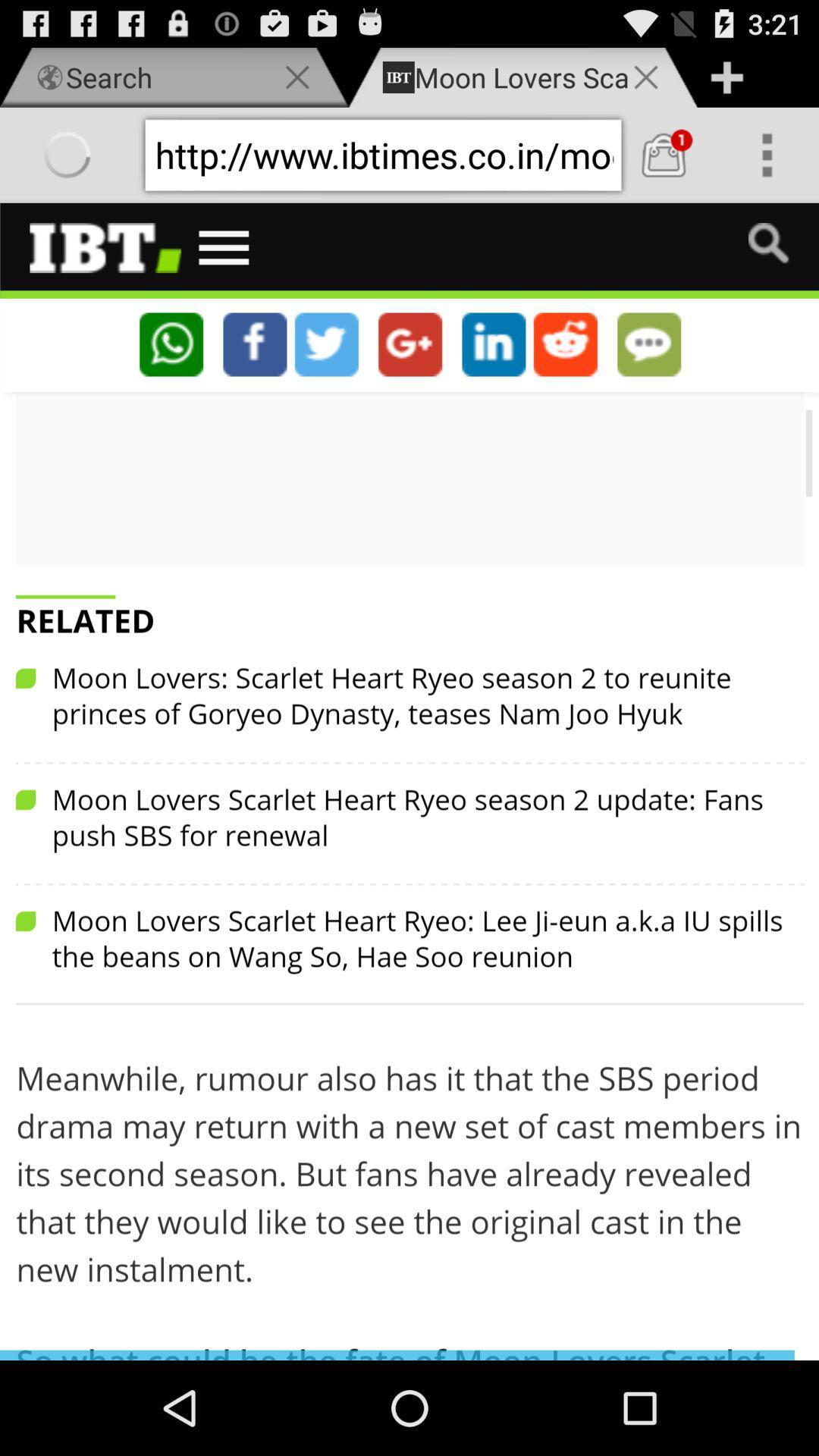 The image size is (819, 1456). I want to click on over view option, so click(767, 155).